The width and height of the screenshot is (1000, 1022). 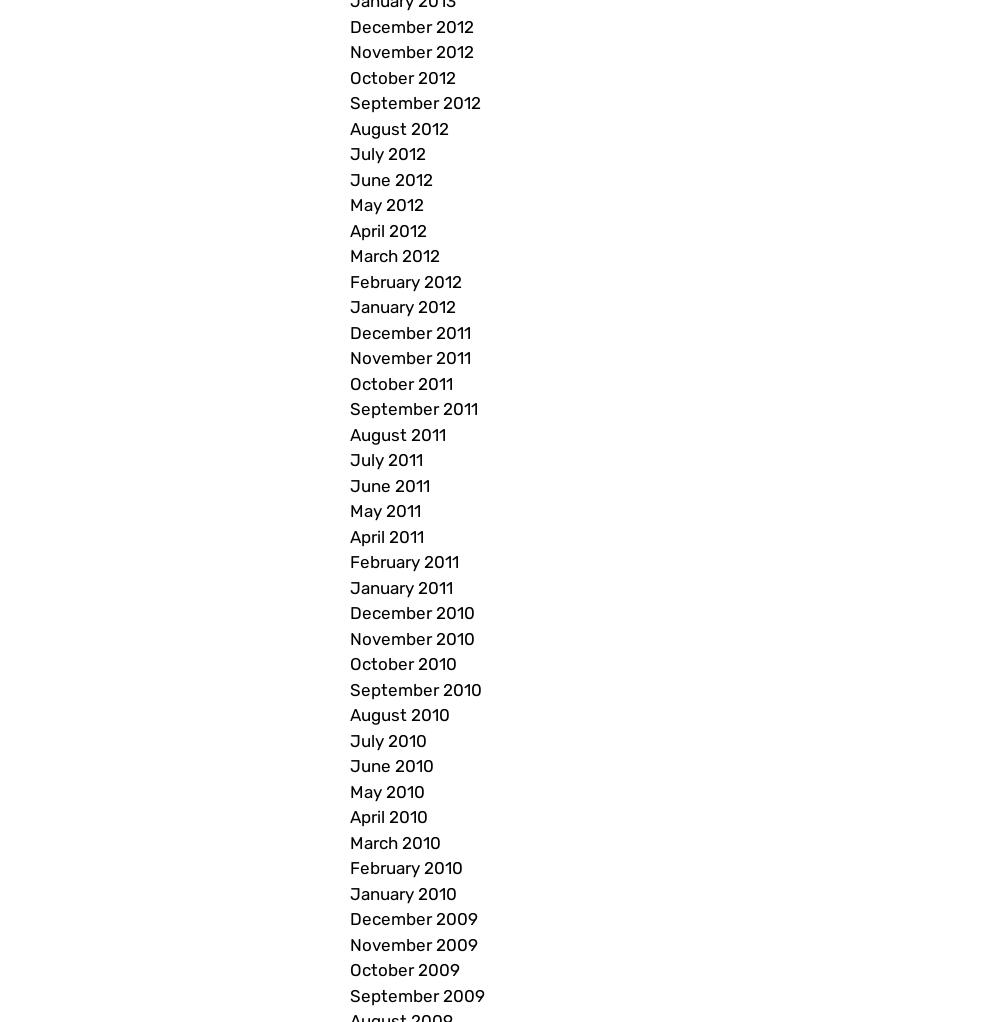 What do you see at coordinates (391, 177) in the screenshot?
I see `'June 2012'` at bounding box center [391, 177].